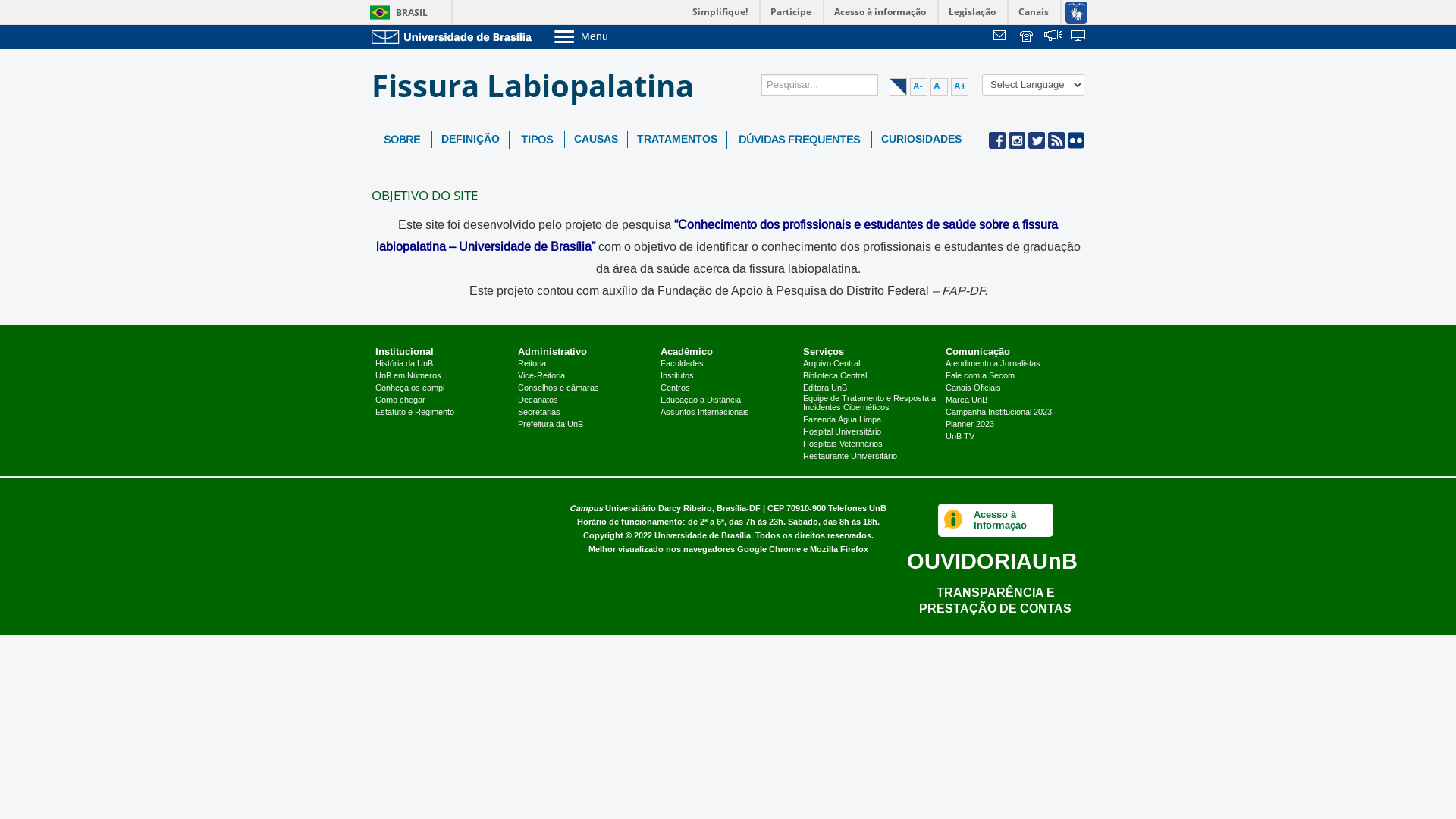  I want to click on 'A', so click(930, 86).